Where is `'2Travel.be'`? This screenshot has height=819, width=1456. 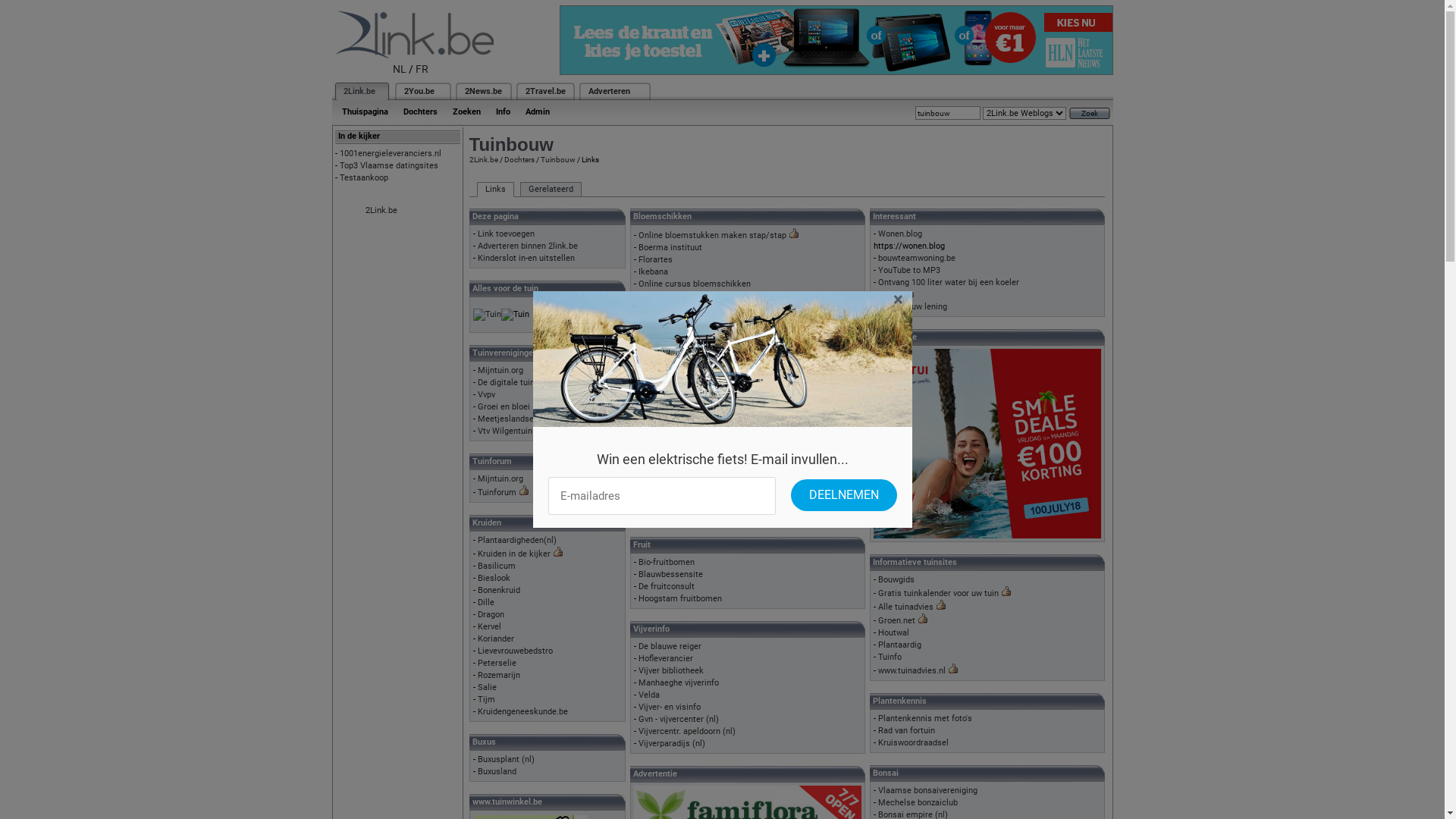
'2Travel.be' is located at coordinates (544, 91).